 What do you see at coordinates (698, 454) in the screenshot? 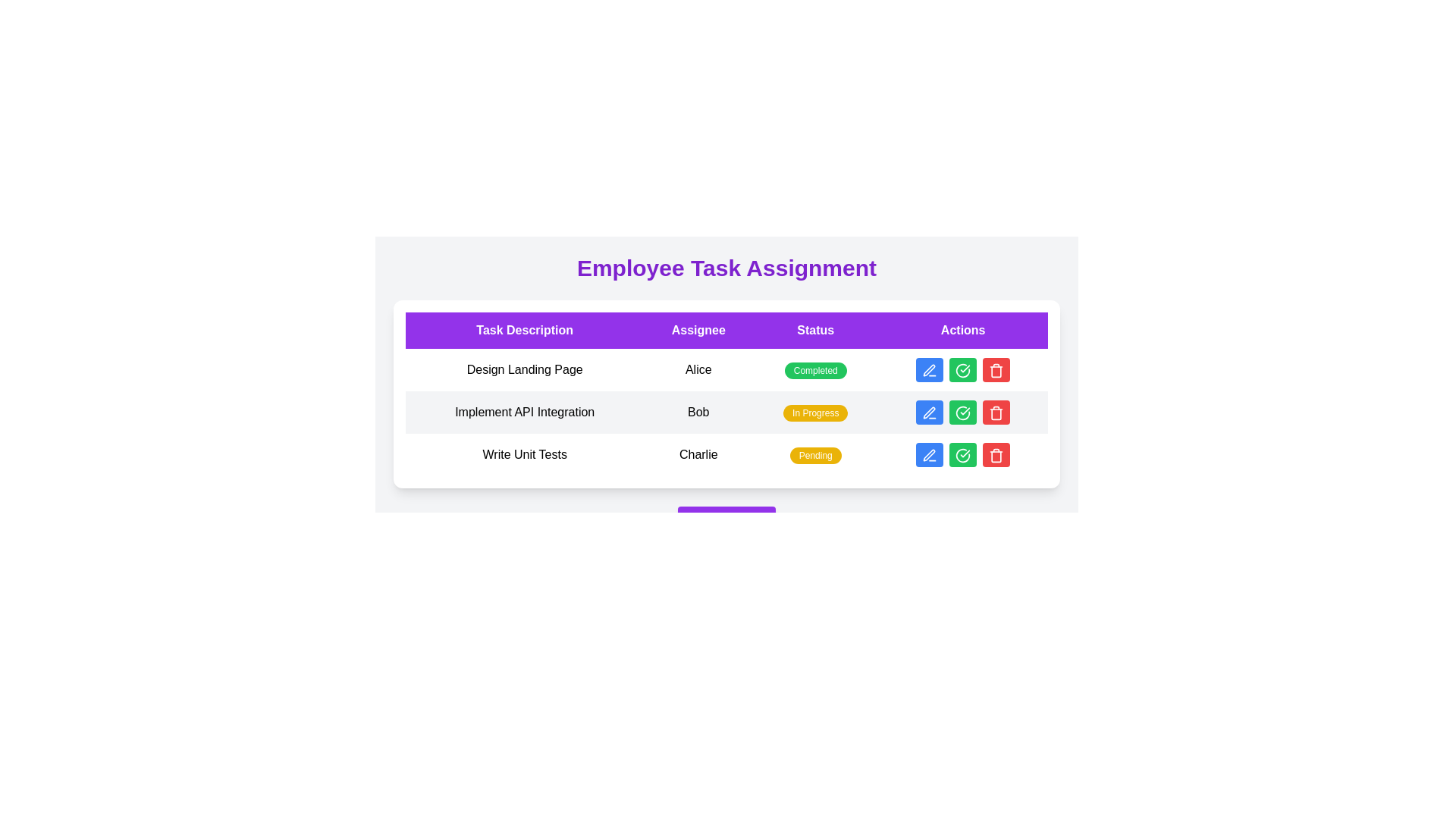
I see `the text of the assignee label 'Charlie' located in the second column of the third row of the 'Employee Task Assignment' table, adjacent to 'Write Unit Tests' and 'Pending'` at bounding box center [698, 454].